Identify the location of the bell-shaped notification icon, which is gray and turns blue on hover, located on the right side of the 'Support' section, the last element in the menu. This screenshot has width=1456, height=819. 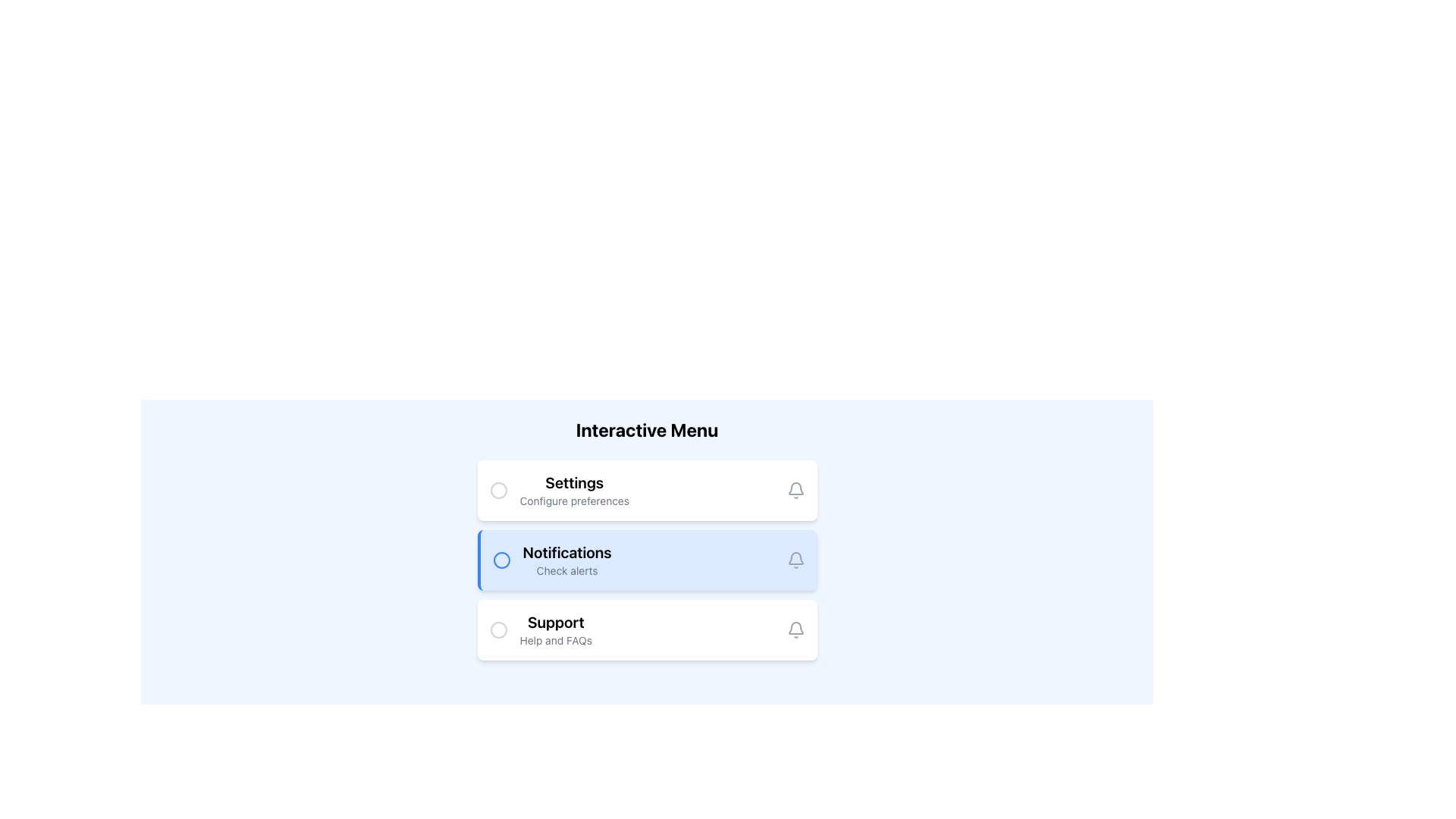
(795, 629).